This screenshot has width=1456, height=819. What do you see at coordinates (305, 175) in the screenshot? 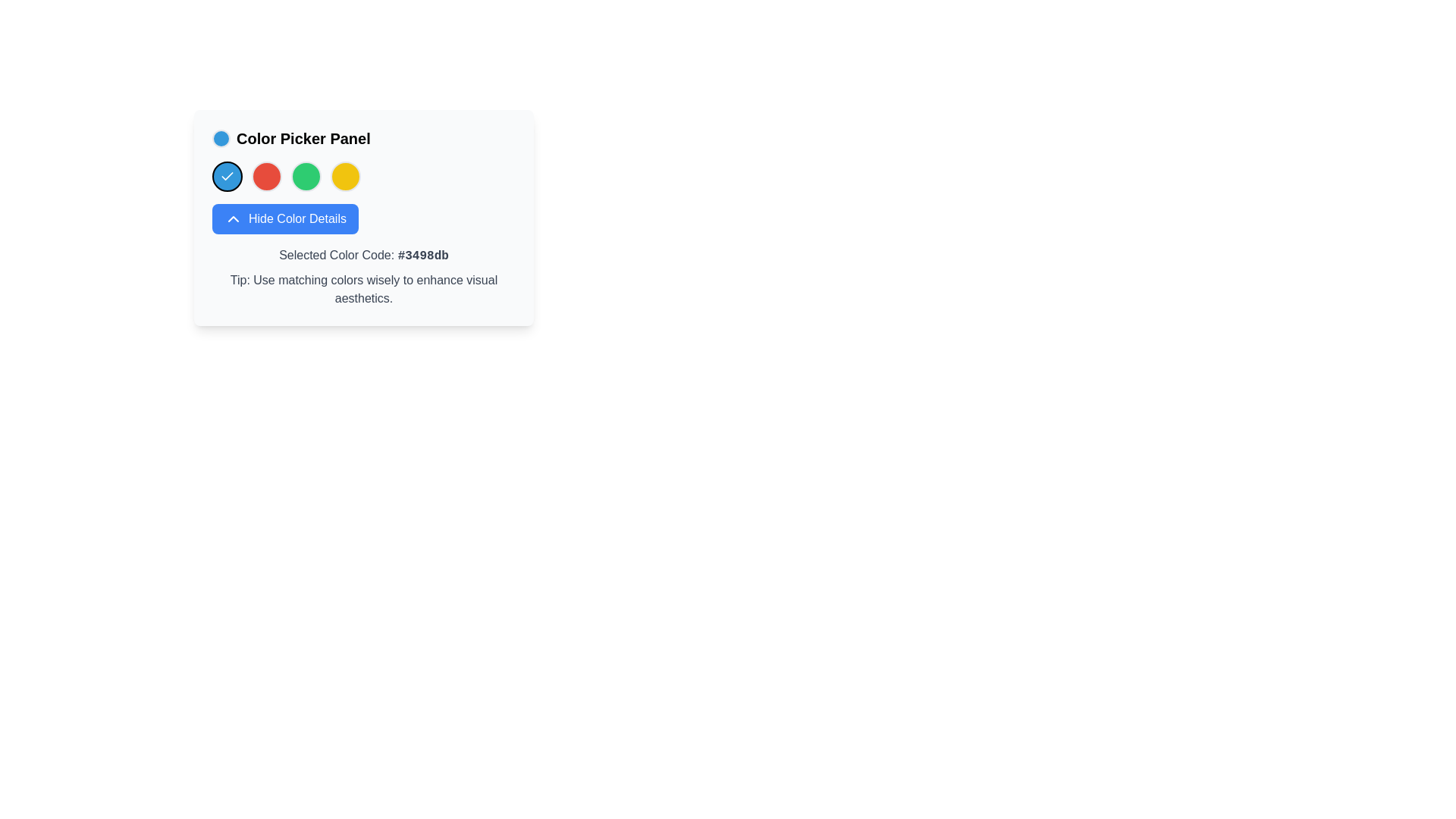
I see `the fourth circular color button, which is green` at bounding box center [305, 175].